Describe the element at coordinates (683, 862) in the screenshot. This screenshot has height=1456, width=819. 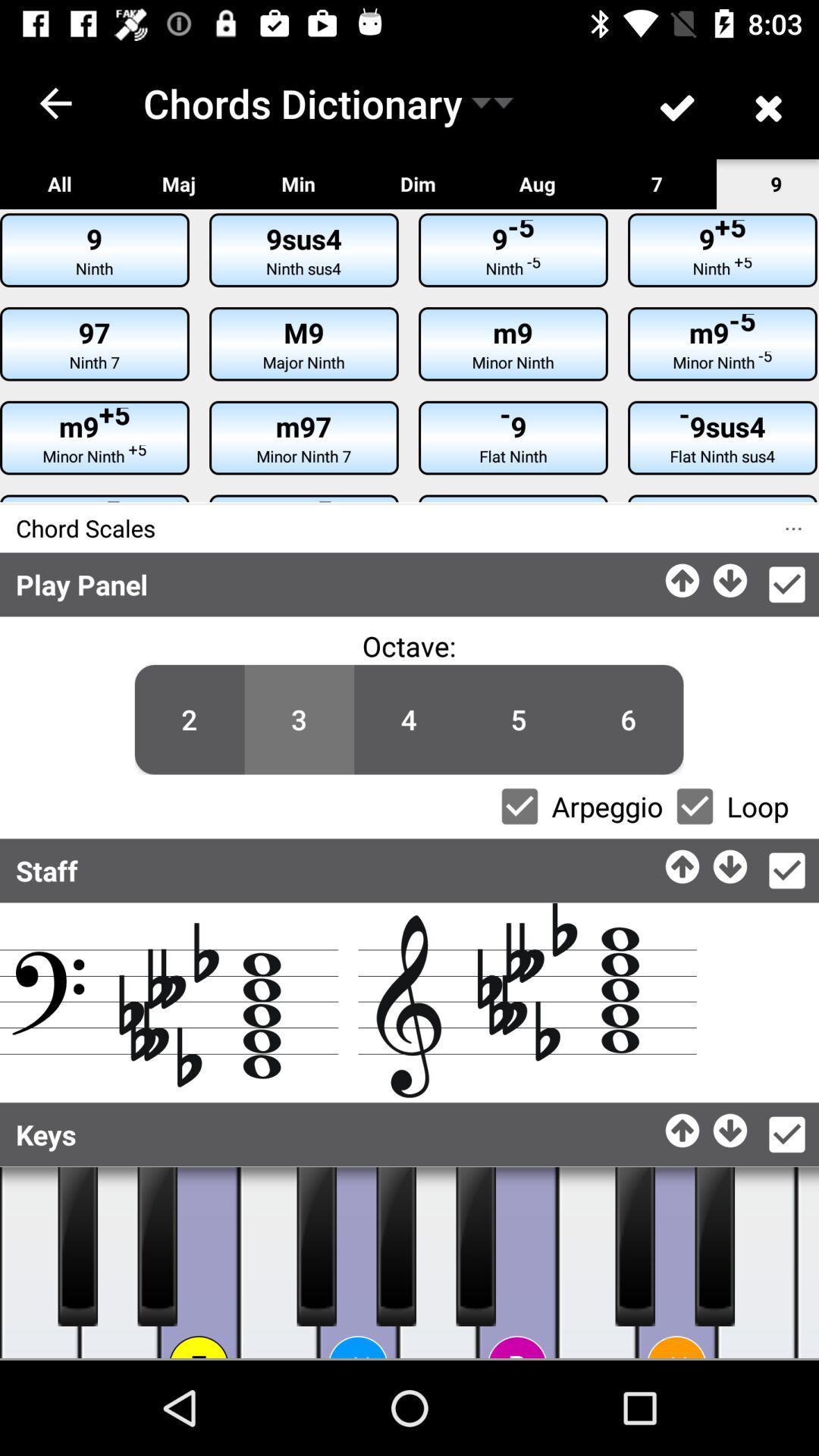
I see `upload` at that location.